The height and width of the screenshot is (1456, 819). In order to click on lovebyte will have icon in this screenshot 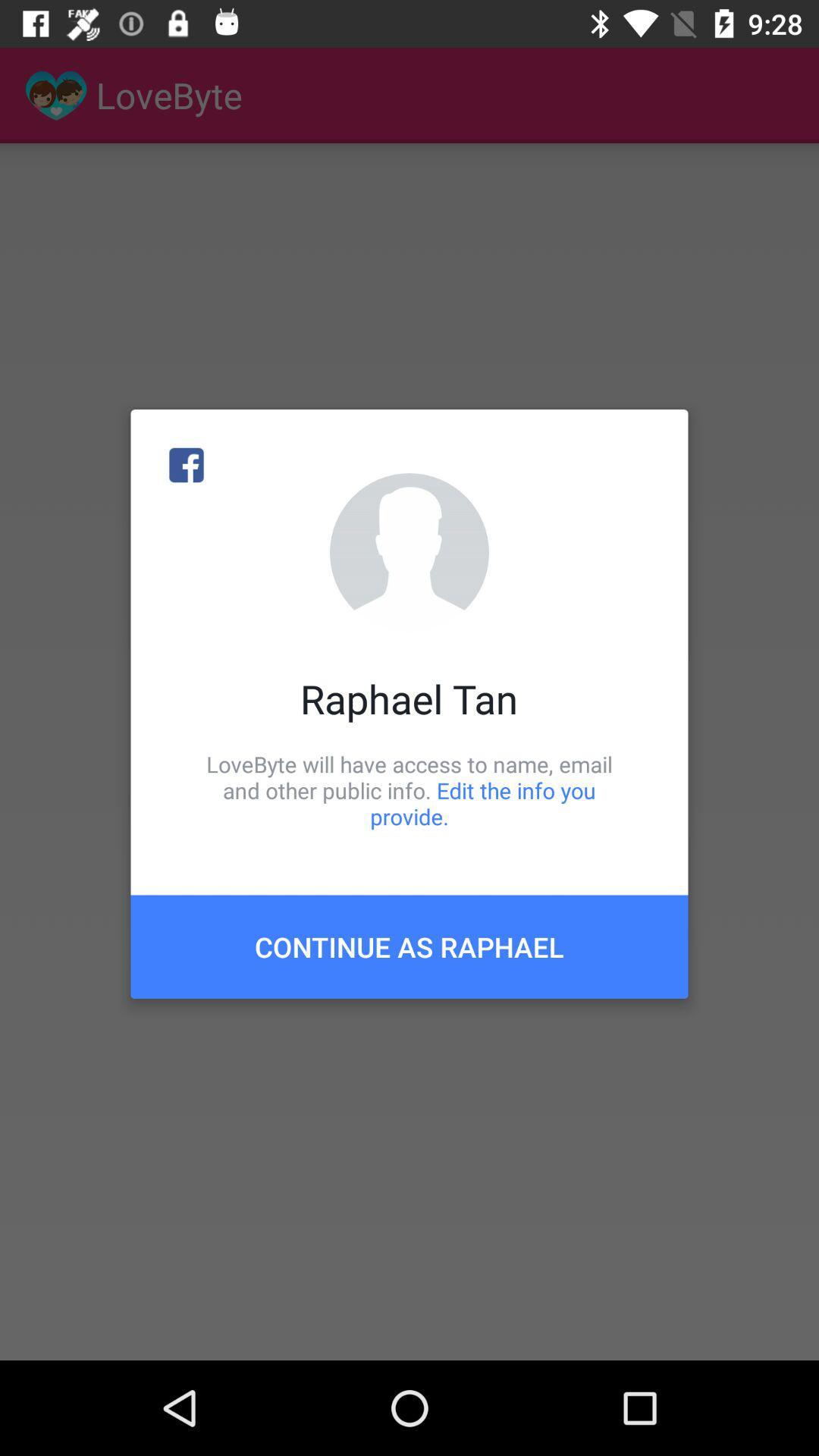, I will do `click(409, 789)`.